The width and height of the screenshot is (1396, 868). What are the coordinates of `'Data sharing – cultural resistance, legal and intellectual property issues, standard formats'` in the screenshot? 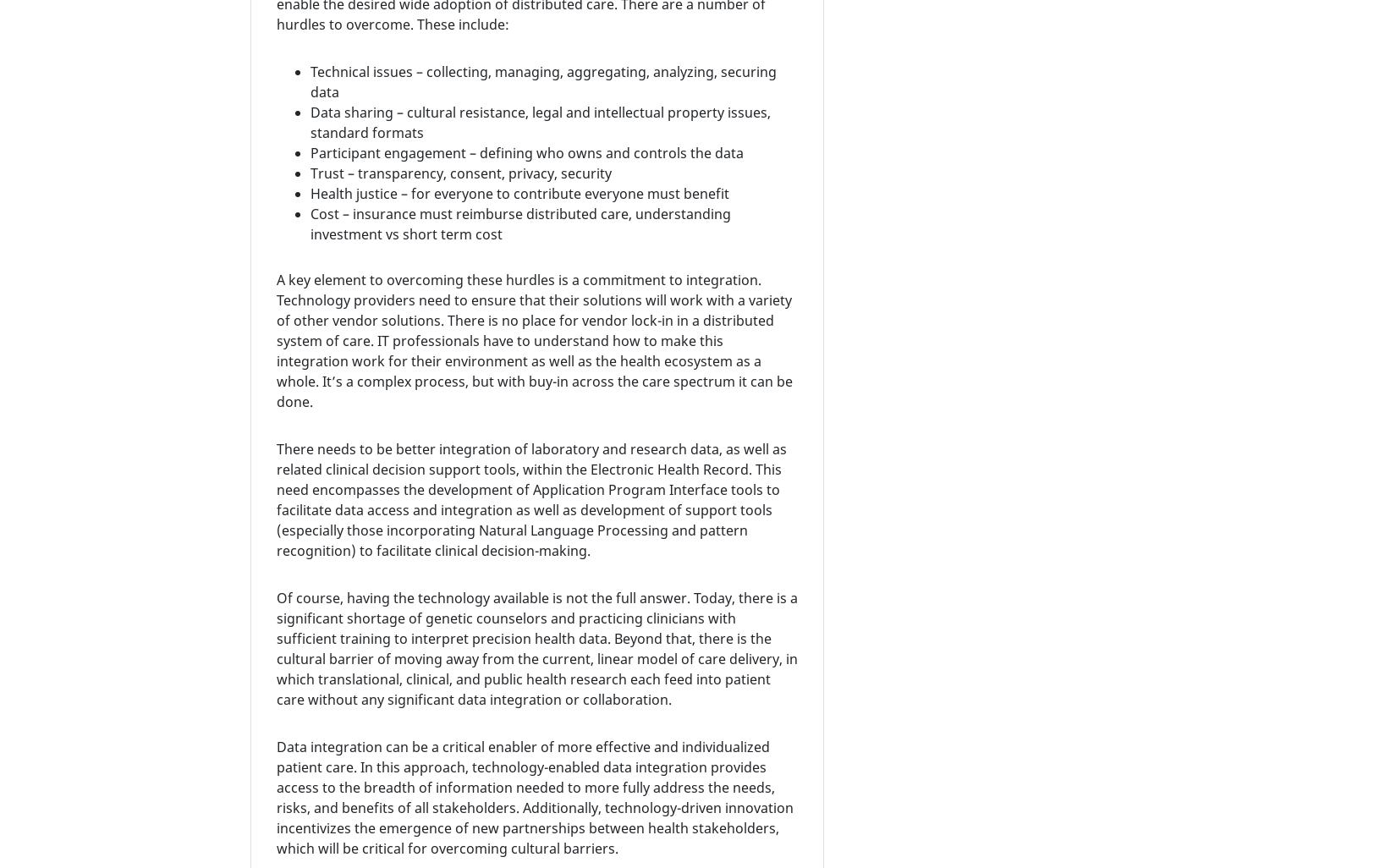 It's located at (539, 122).